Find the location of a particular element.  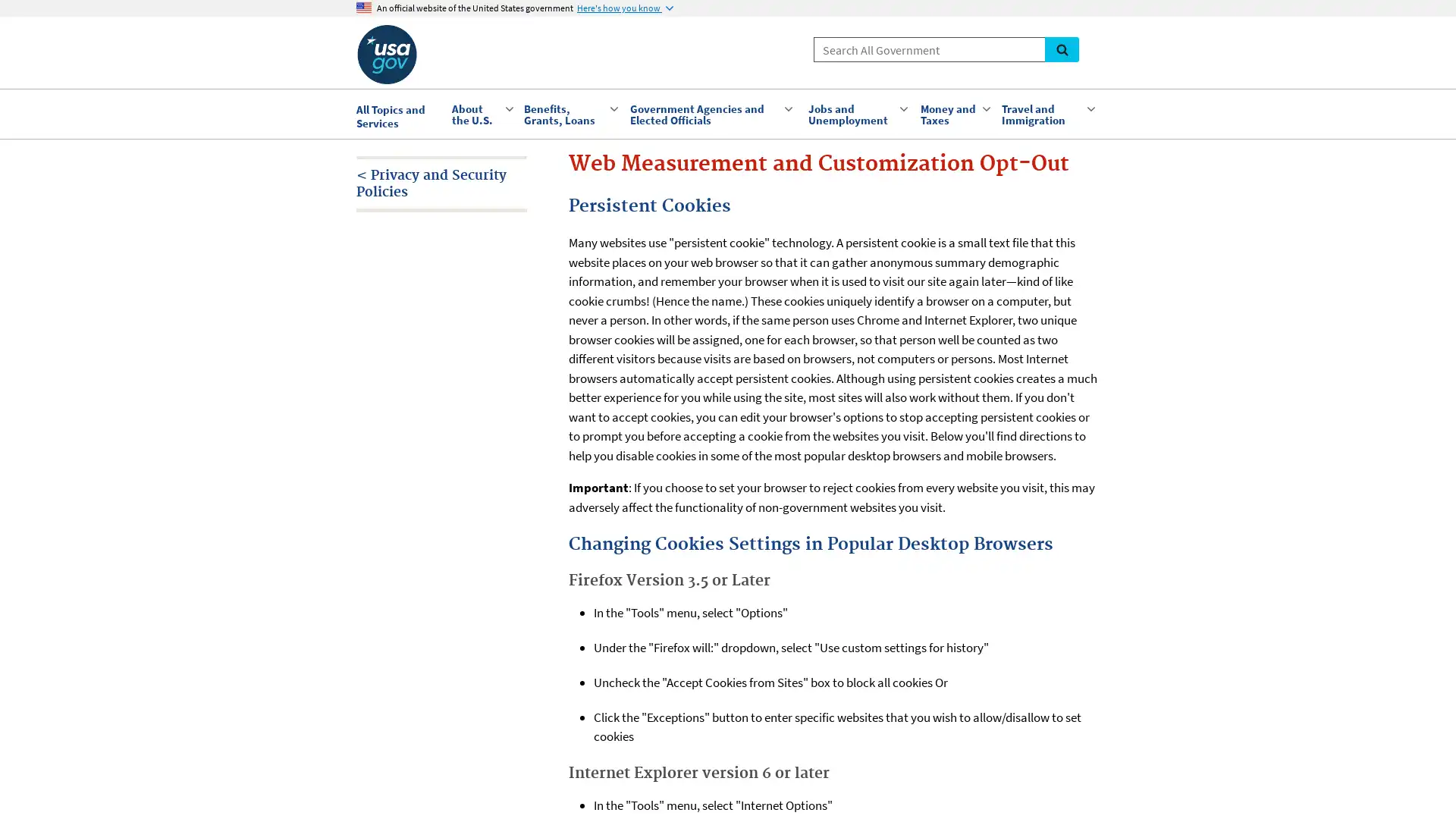

Government Agencies and Elected Officials is located at coordinates (710, 113).